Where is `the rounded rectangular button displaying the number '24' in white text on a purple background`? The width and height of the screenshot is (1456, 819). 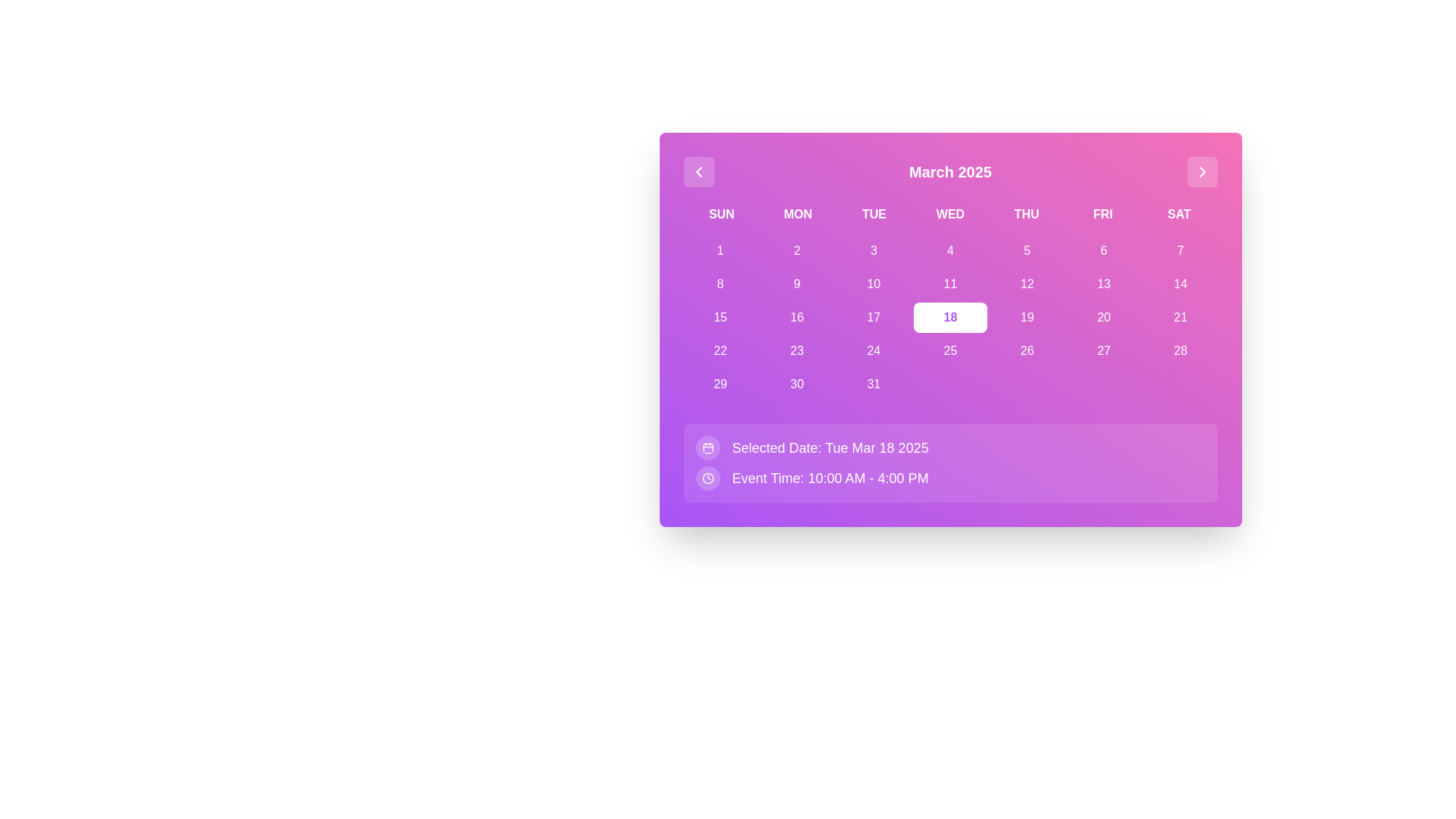 the rounded rectangular button displaying the number '24' in white text on a purple background is located at coordinates (874, 350).